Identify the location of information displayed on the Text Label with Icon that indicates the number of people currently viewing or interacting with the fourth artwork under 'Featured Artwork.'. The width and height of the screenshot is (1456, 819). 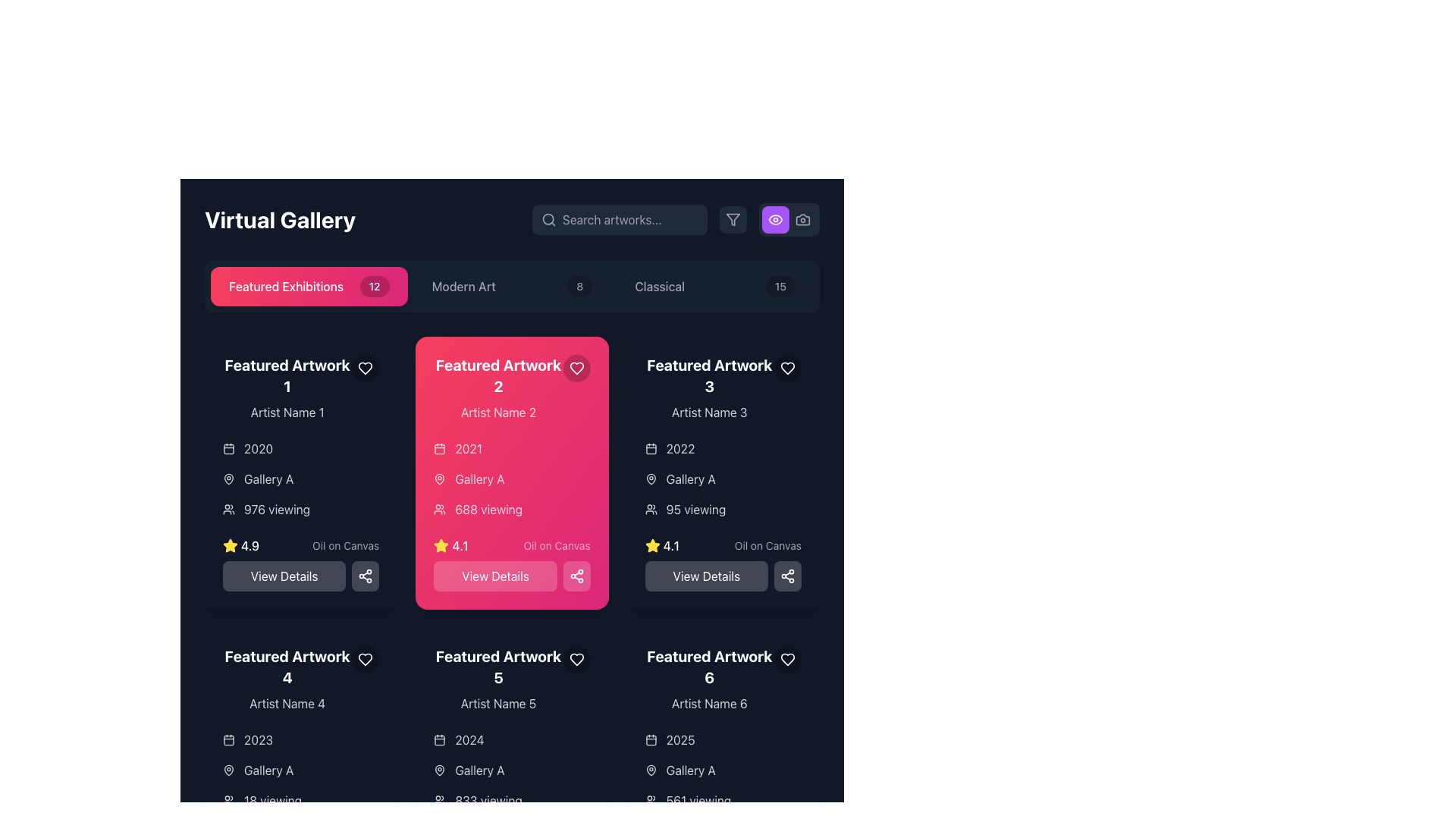
(301, 800).